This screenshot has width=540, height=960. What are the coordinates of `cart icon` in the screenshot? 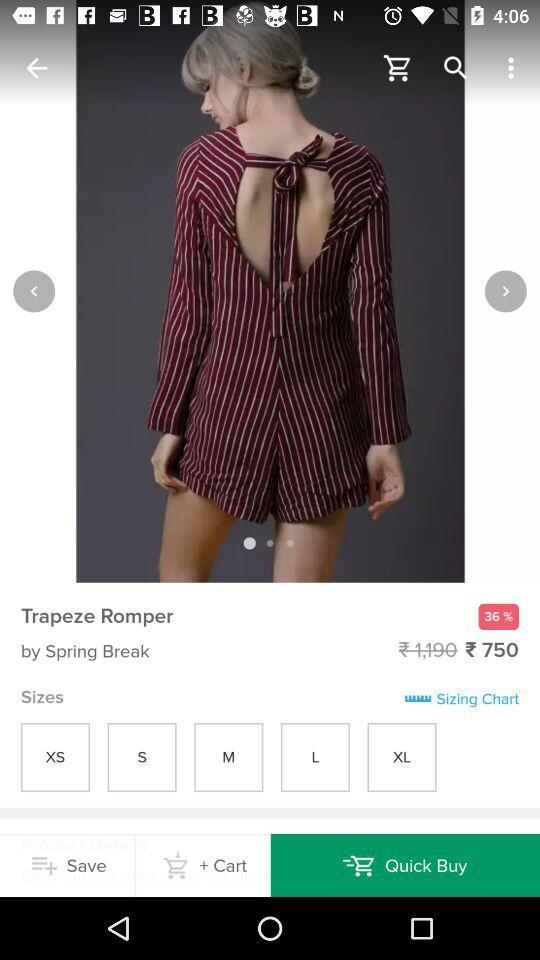 It's located at (398, 68).